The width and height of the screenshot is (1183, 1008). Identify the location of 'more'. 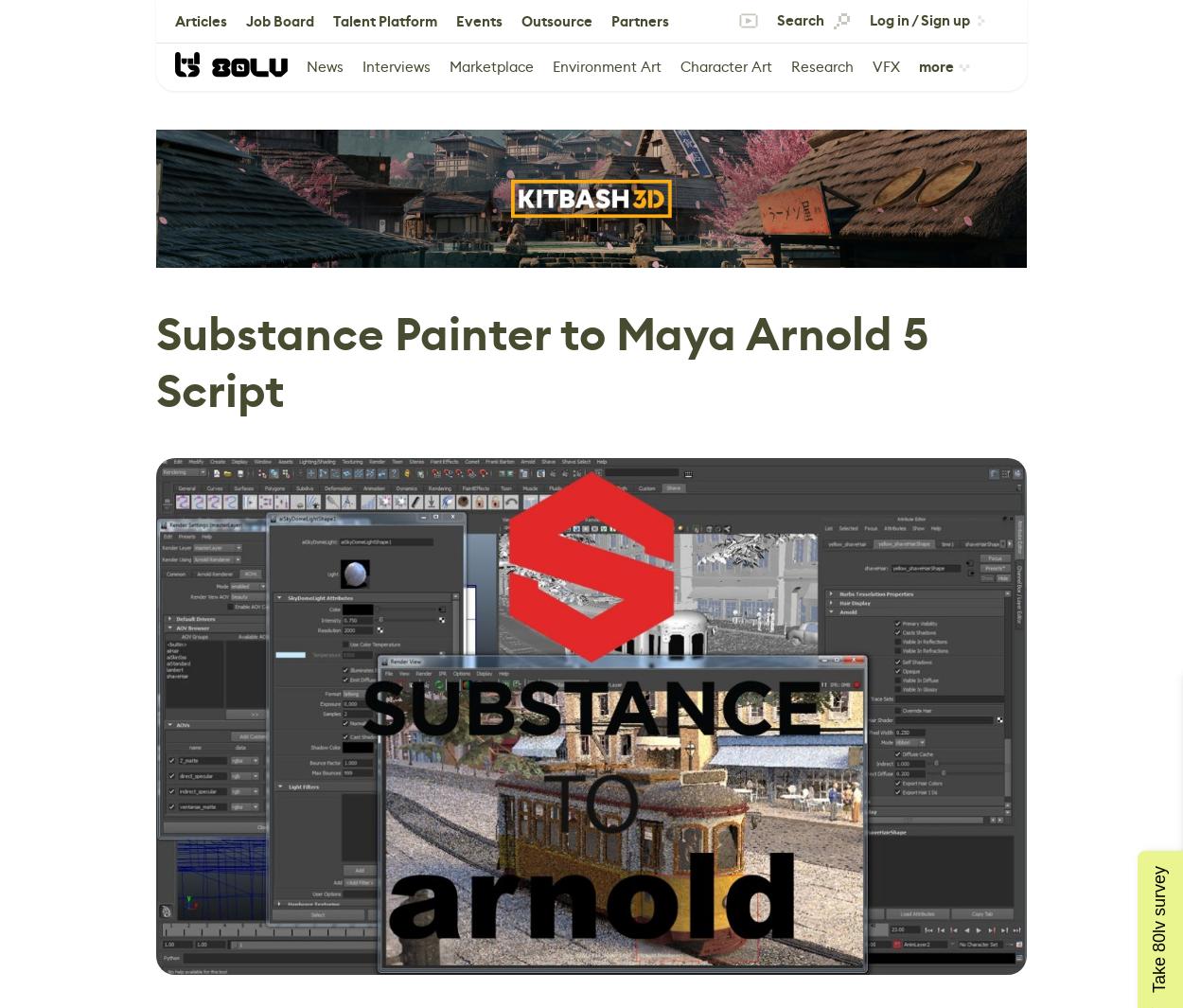
(918, 66).